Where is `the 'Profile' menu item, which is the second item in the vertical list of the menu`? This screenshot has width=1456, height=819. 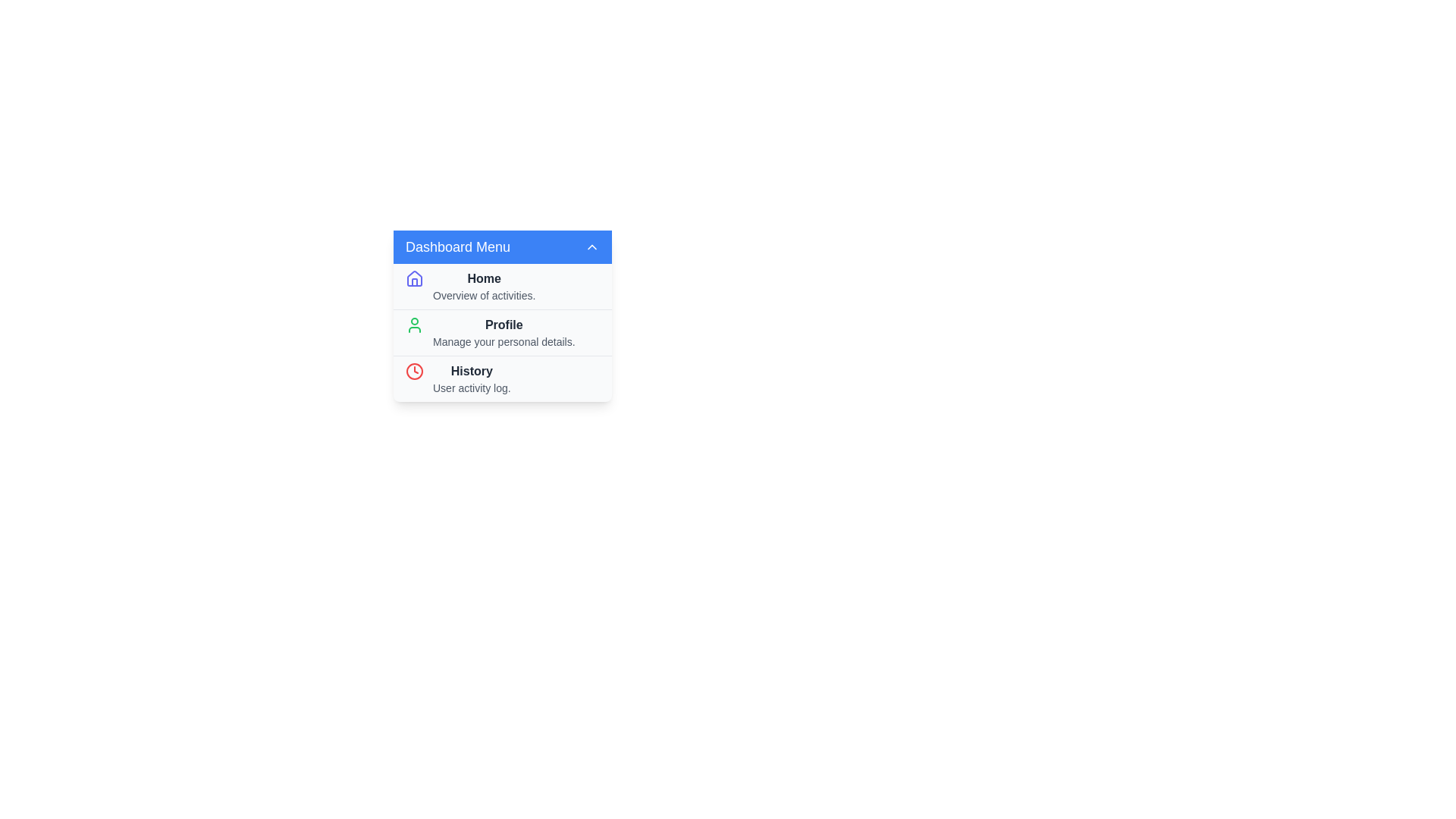
the 'Profile' menu item, which is the second item in the vertical list of the menu is located at coordinates (504, 332).